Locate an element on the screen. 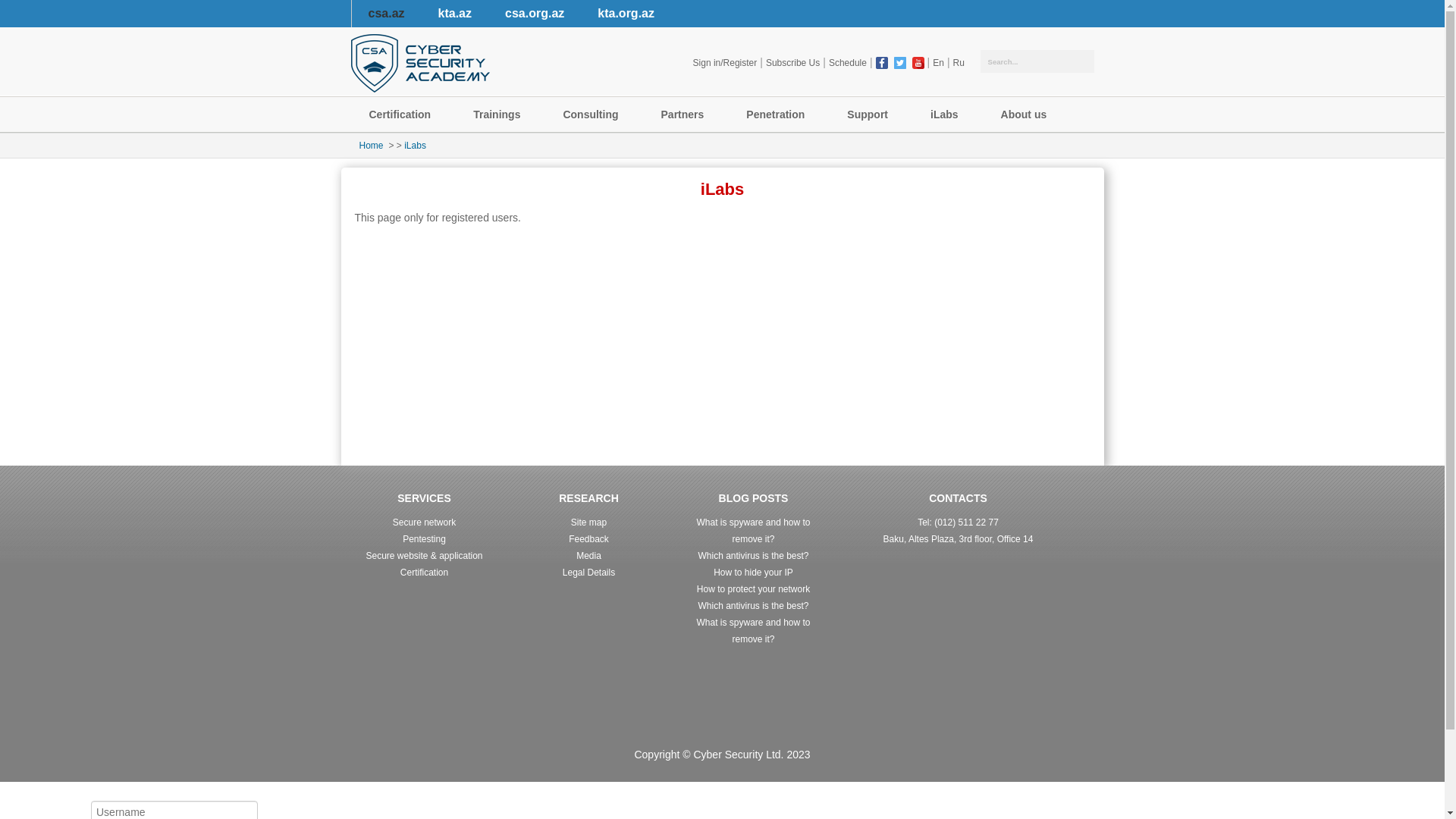 The image size is (1456, 819). 'Which antivirus is the best?' is located at coordinates (753, 555).